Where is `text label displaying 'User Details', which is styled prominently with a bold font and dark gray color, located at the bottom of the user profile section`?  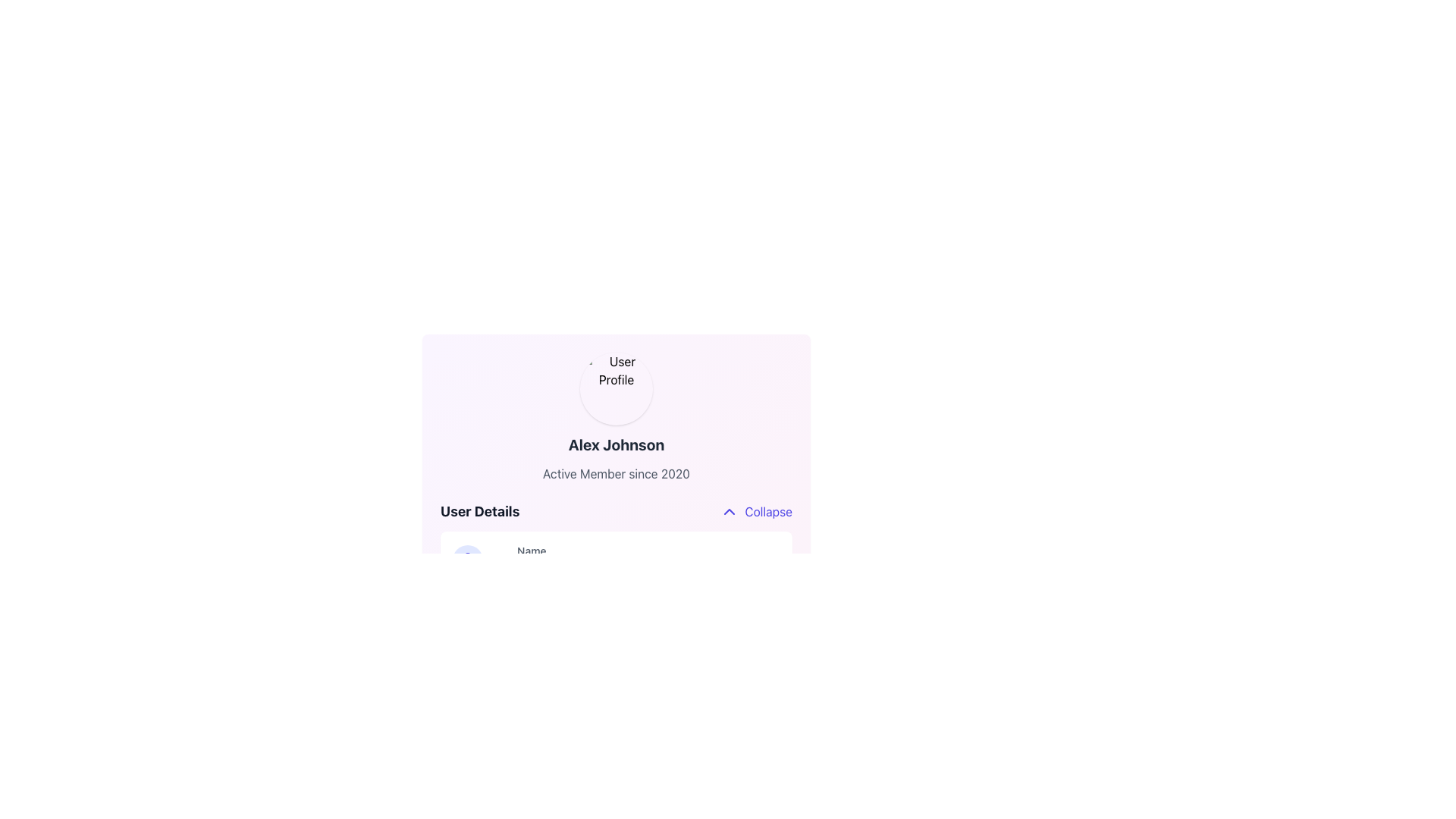 text label displaying 'User Details', which is styled prominently with a bold font and dark gray color, located at the bottom of the user profile section is located at coordinates (479, 512).